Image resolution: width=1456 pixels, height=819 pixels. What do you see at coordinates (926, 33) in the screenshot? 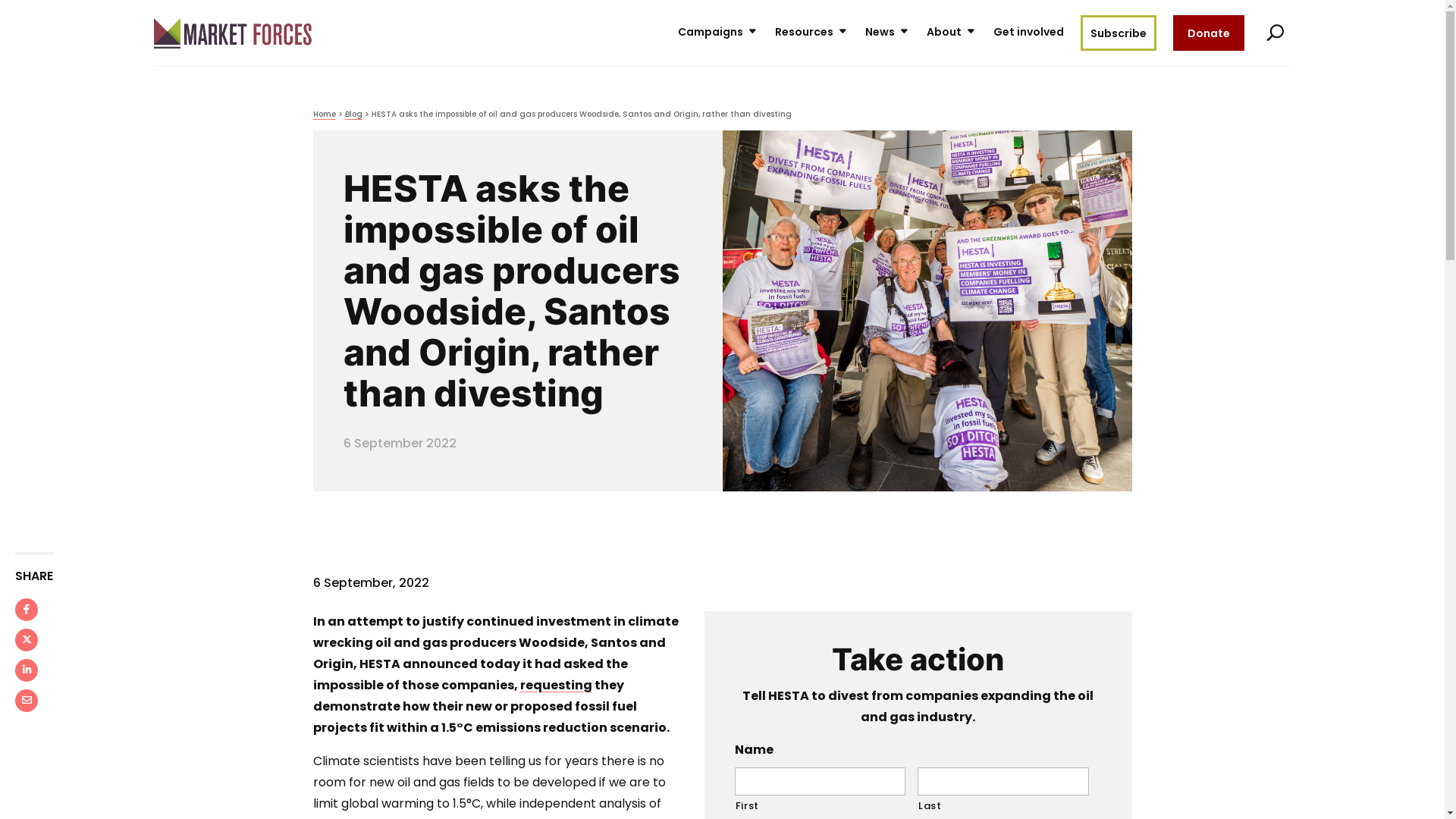
I see `'About'` at bounding box center [926, 33].